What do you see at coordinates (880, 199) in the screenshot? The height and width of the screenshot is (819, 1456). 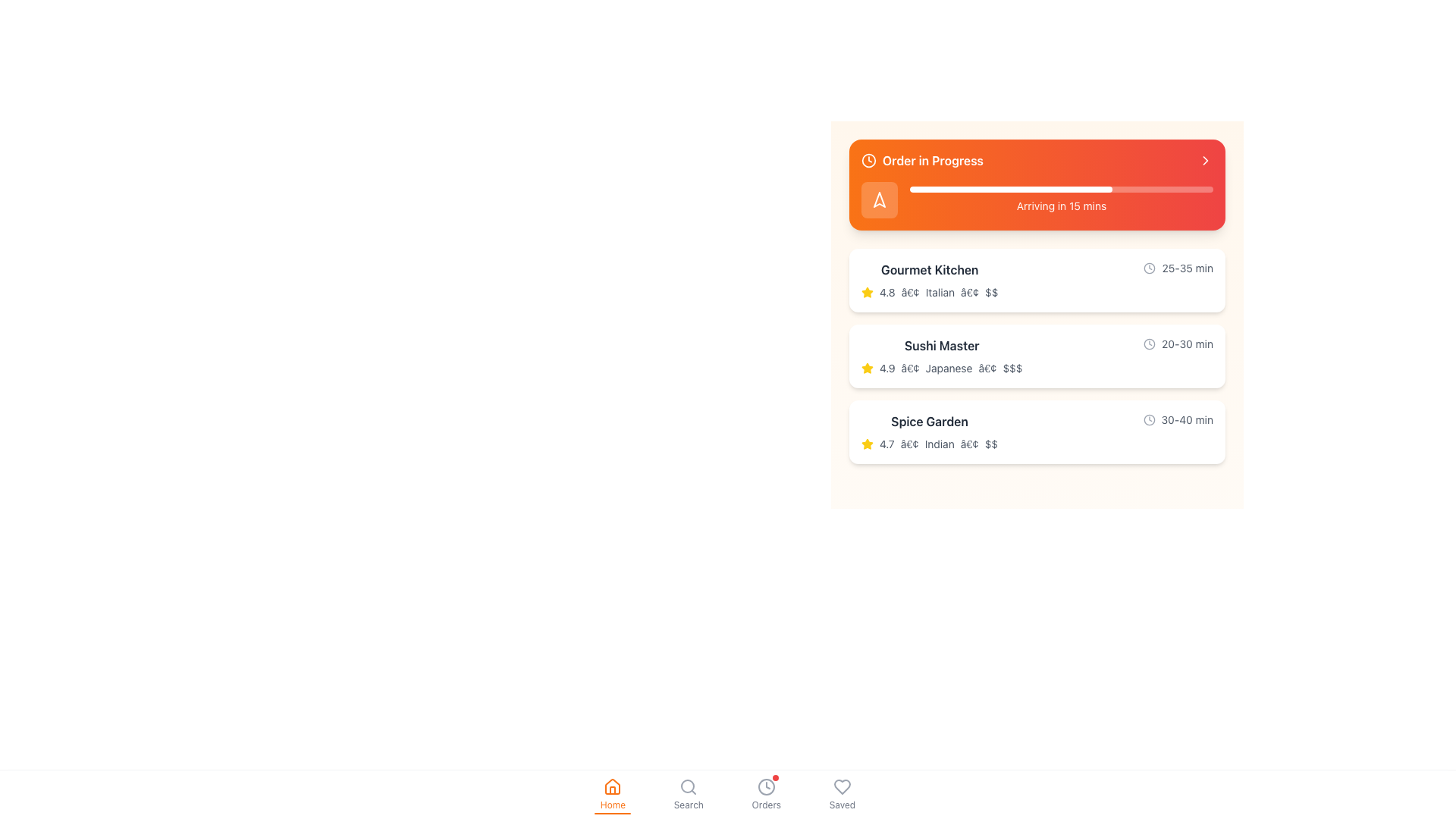 I see `the icon located in the top-right corner of the interface, within an orange rectangular section, preceding the text 'Order in Progress'` at bounding box center [880, 199].